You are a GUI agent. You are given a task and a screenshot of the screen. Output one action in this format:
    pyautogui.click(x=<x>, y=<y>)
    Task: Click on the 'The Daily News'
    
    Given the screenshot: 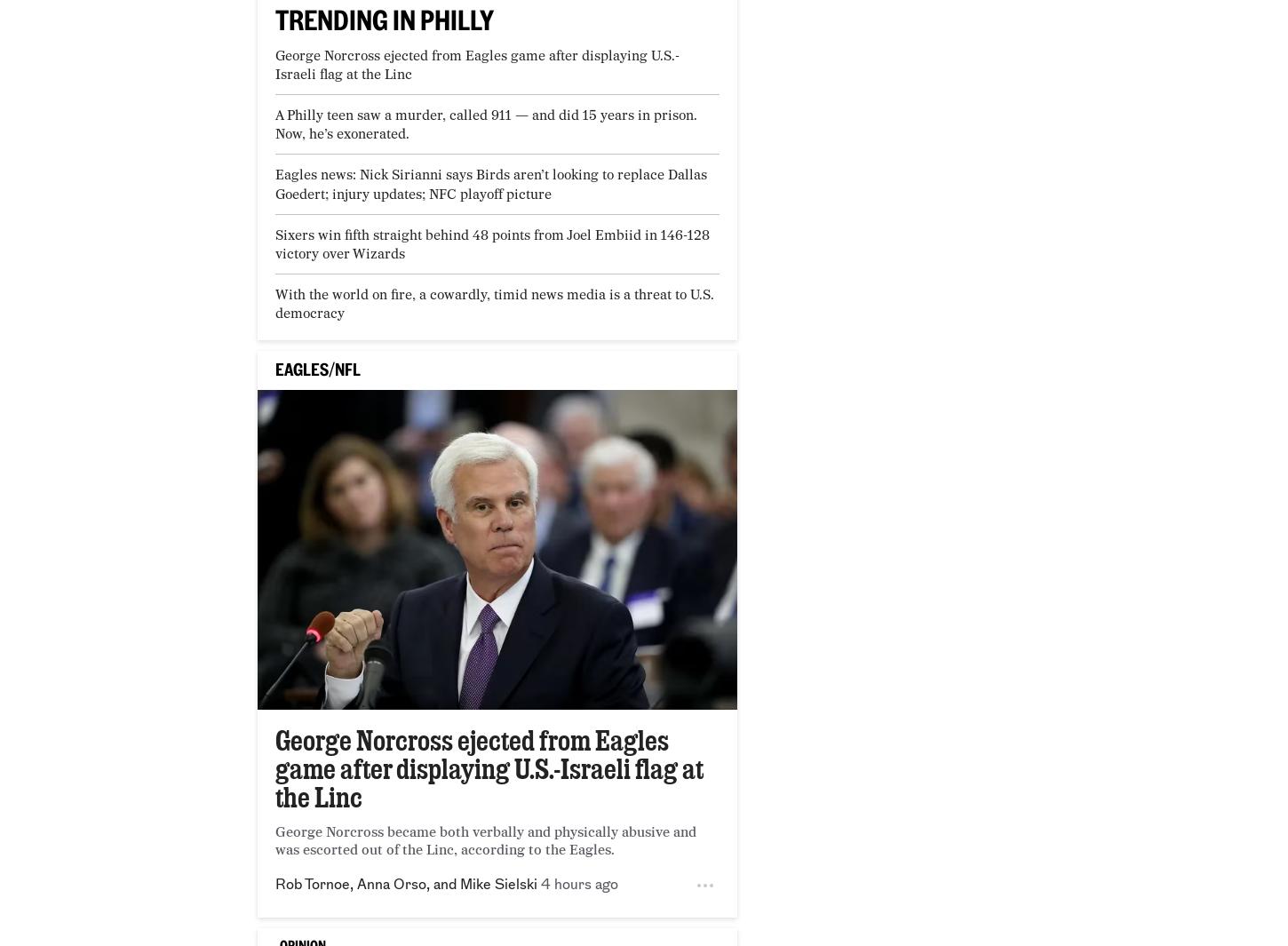 What is the action you would take?
    pyautogui.click(x=1032, y=645)
    